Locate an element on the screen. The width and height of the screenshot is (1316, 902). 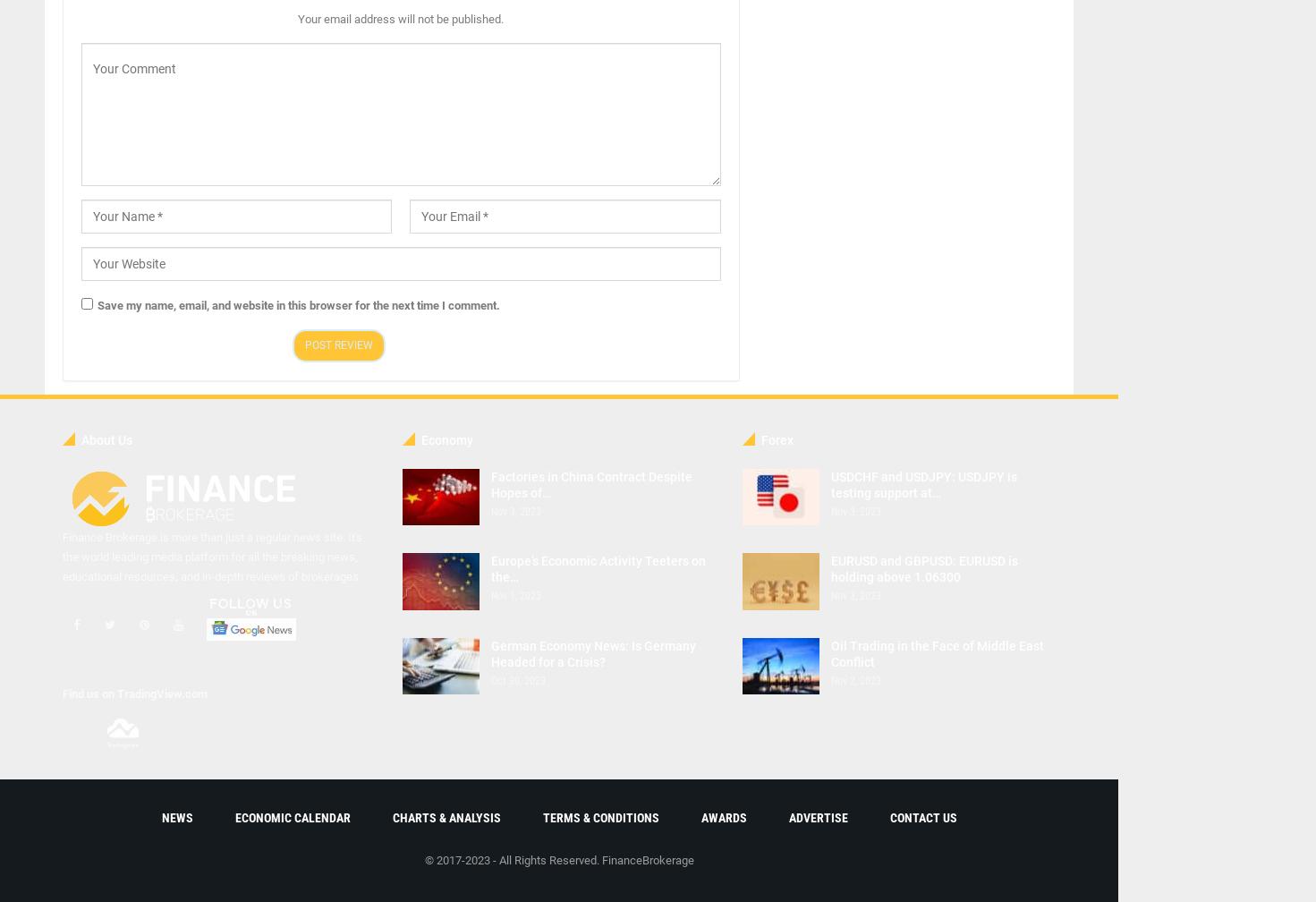
'Contact us' is located at coordinates (887, 817).